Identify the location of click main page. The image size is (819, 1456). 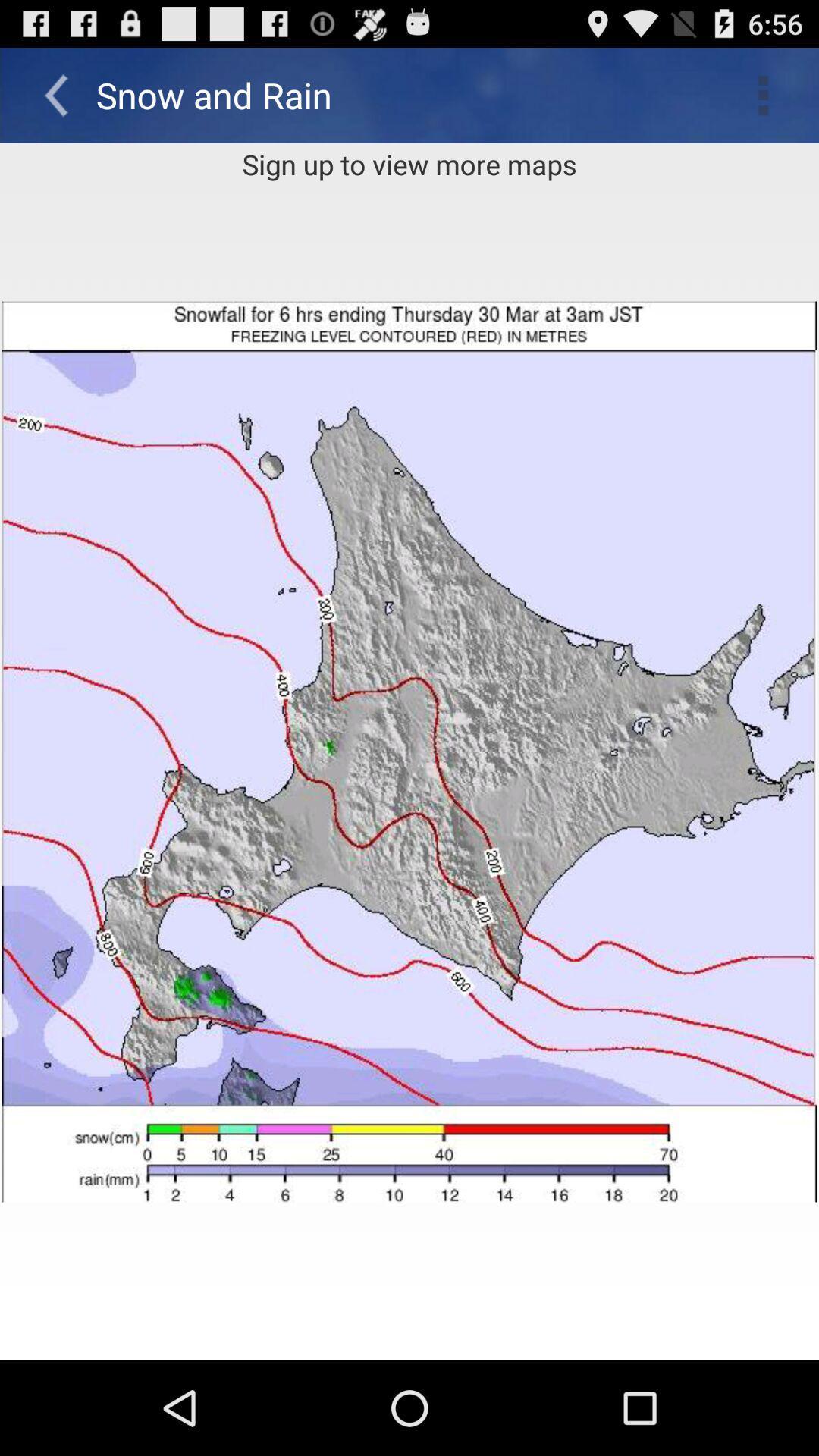
(409, 752).